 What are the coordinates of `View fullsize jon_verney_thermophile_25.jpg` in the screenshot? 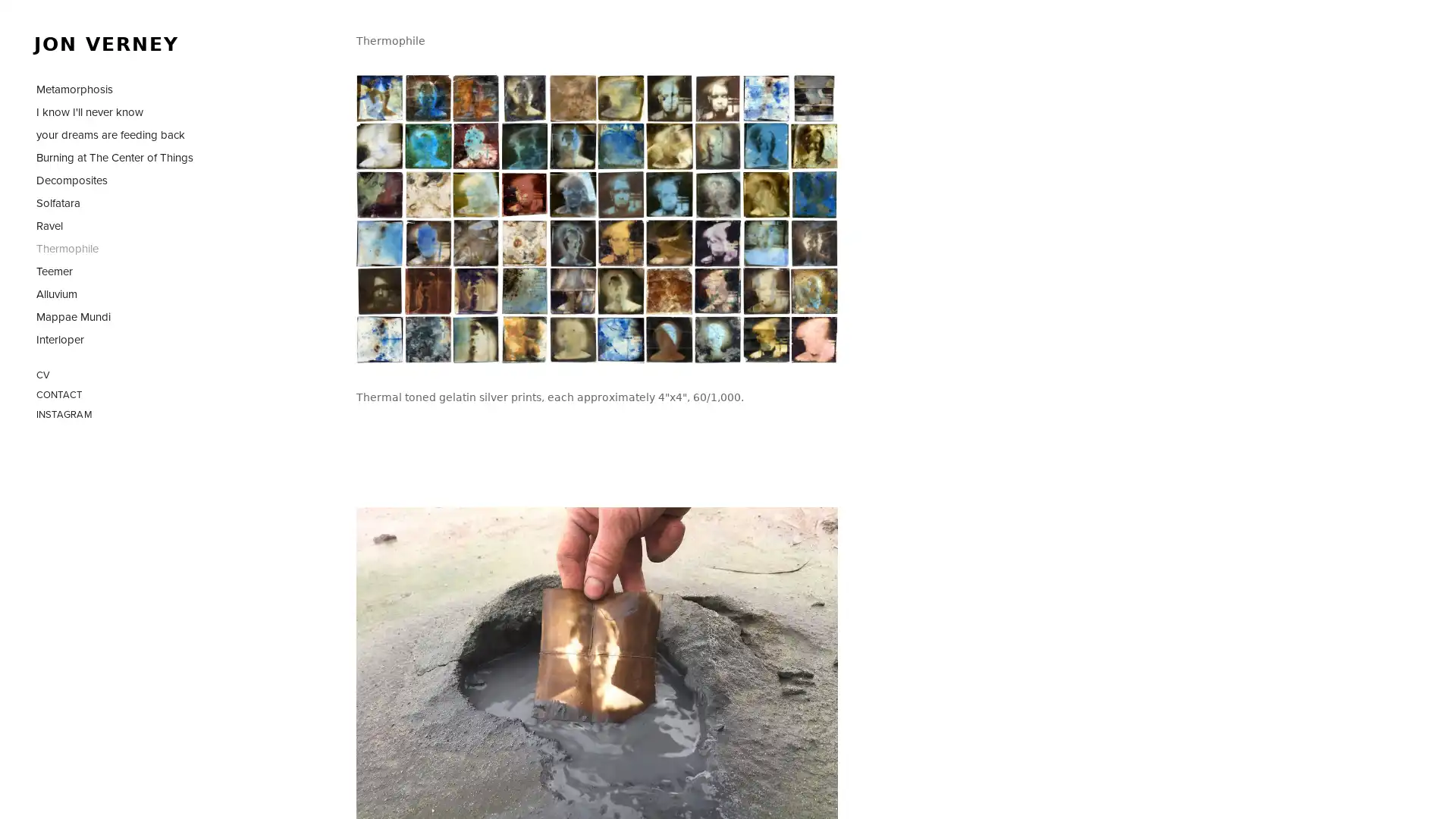 It's located at (475, 242).